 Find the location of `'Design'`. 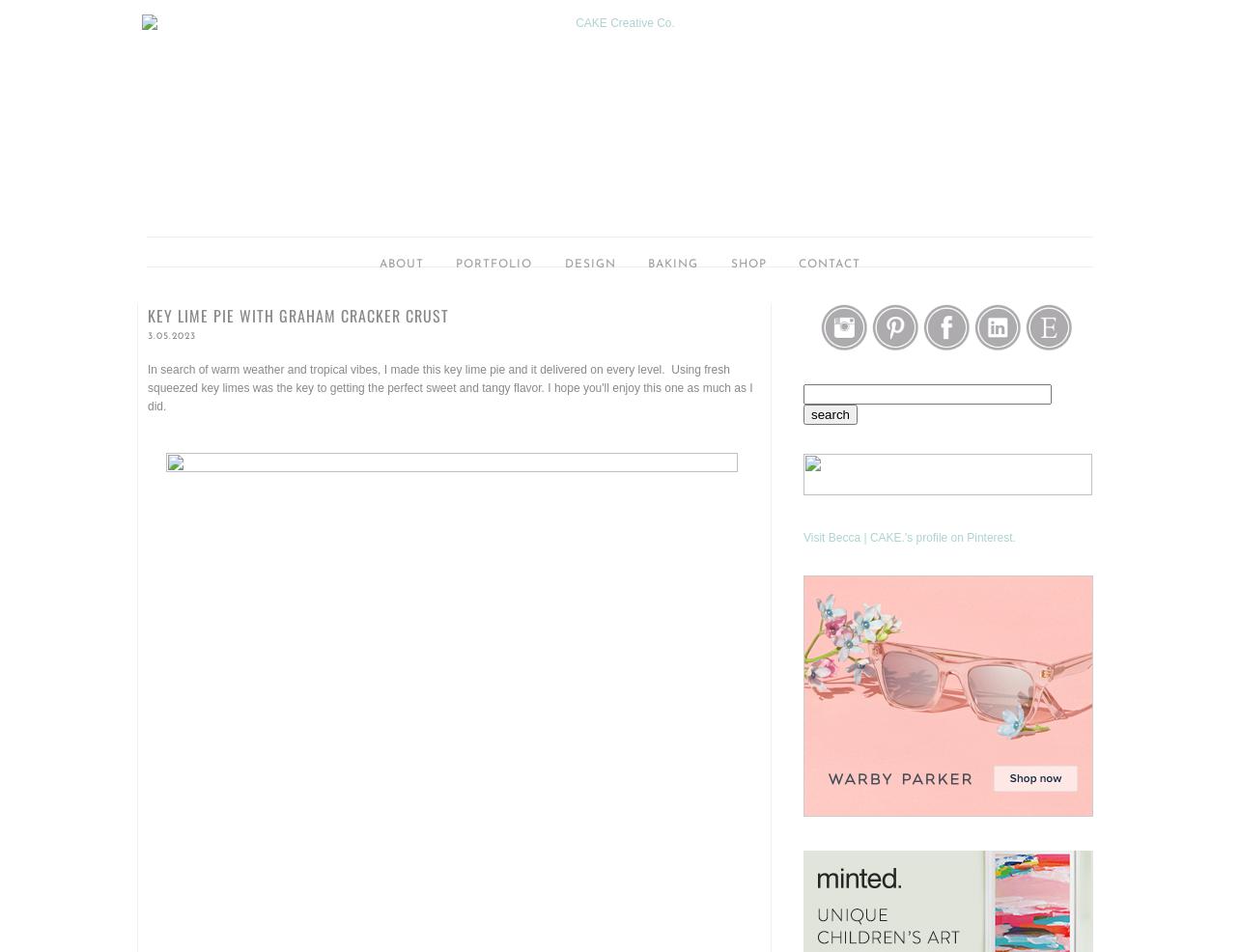

'Design' is located at coordinates (588, 265).